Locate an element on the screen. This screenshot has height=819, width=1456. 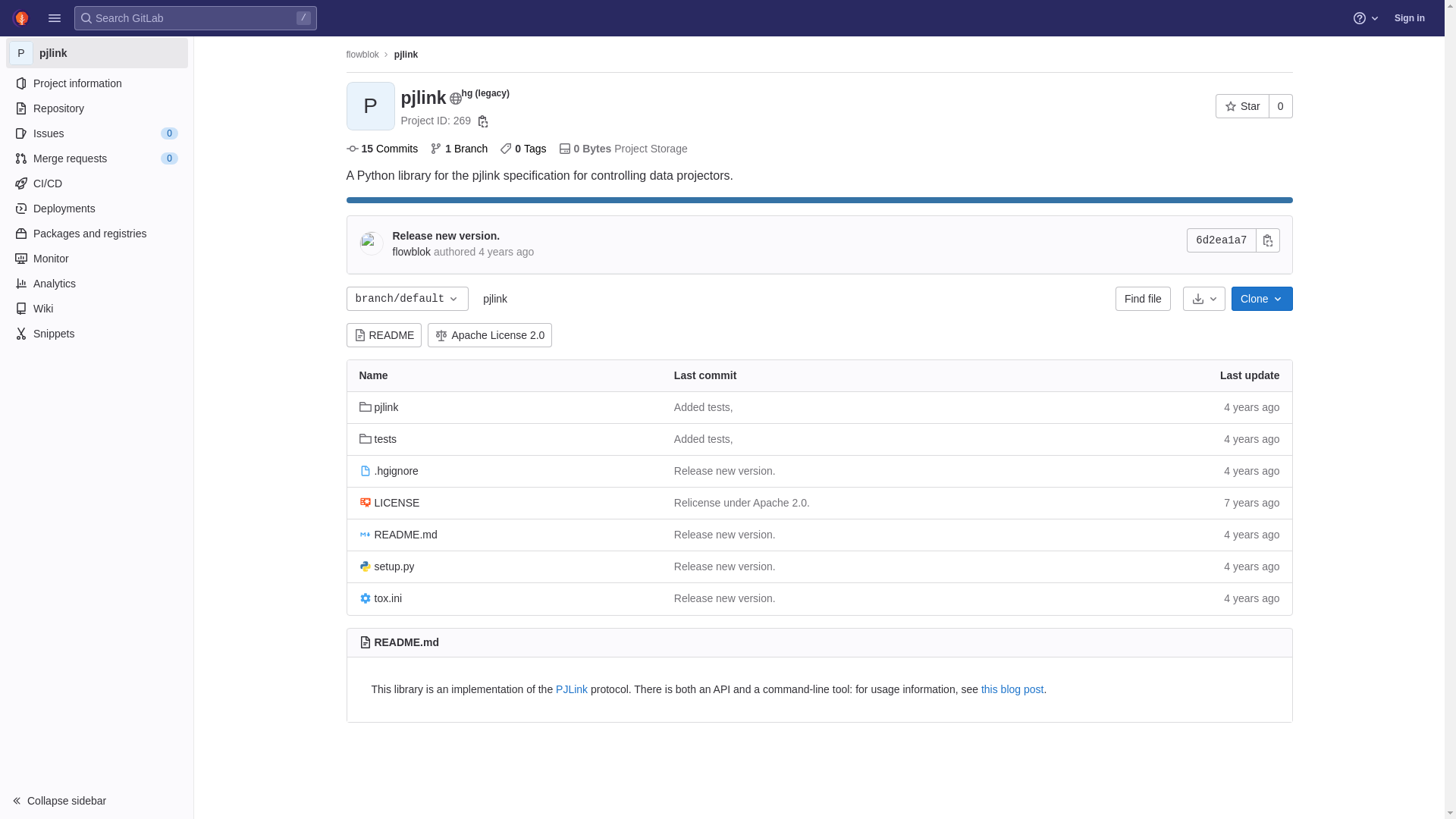
'Sign in' is located at coordinates (1408, 17).